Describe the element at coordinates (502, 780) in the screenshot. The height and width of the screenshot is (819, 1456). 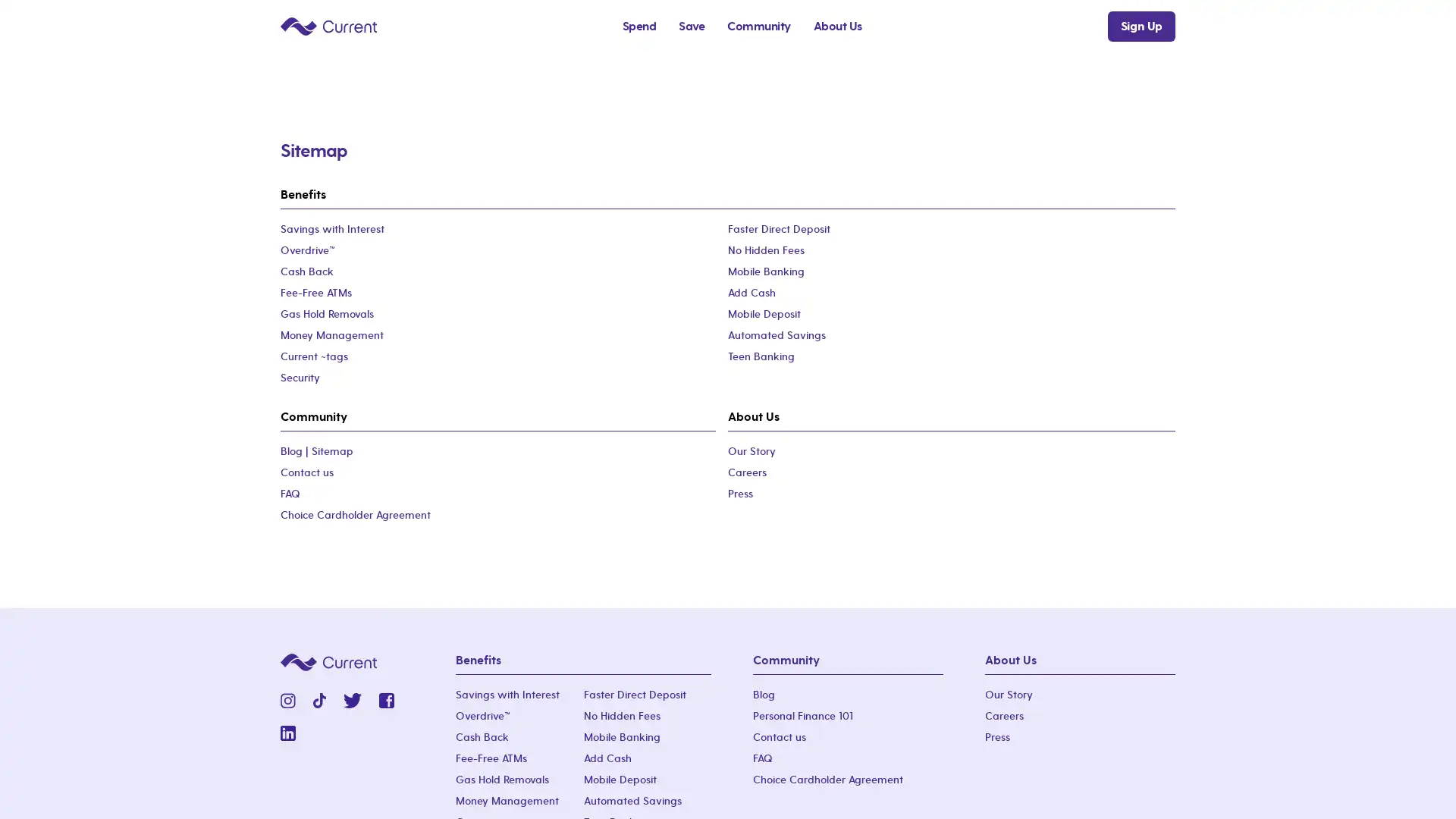
I see `Gas Hold Removals` at that location.